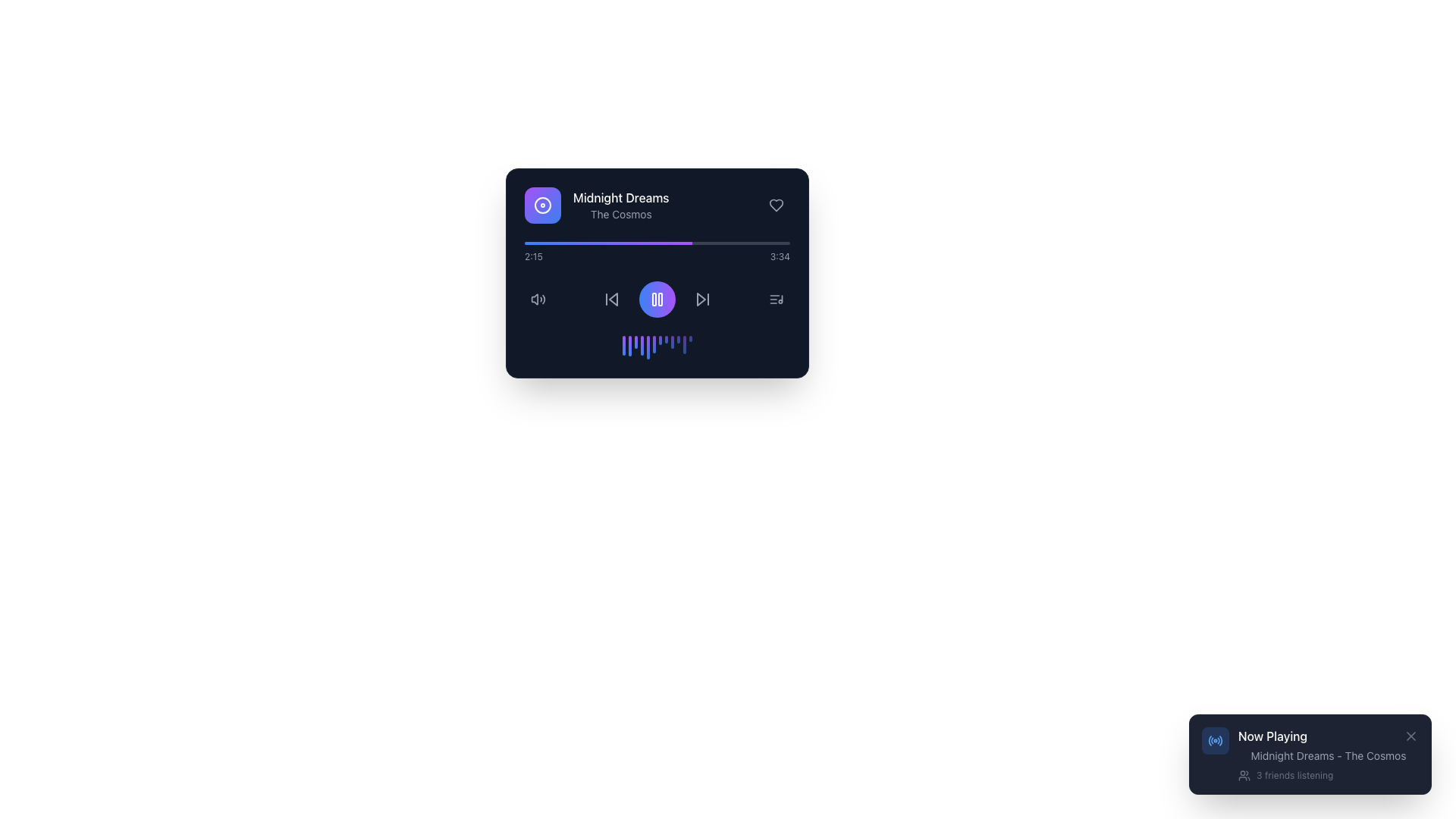 This screenshot has width=1456, height=819. Describe the element at coordinates (1410, 736) in the screenshot. I see `the close/cancel button styled with a gray 'X' icon located at the top-right corner of the 'Now Playing' section` at that location.